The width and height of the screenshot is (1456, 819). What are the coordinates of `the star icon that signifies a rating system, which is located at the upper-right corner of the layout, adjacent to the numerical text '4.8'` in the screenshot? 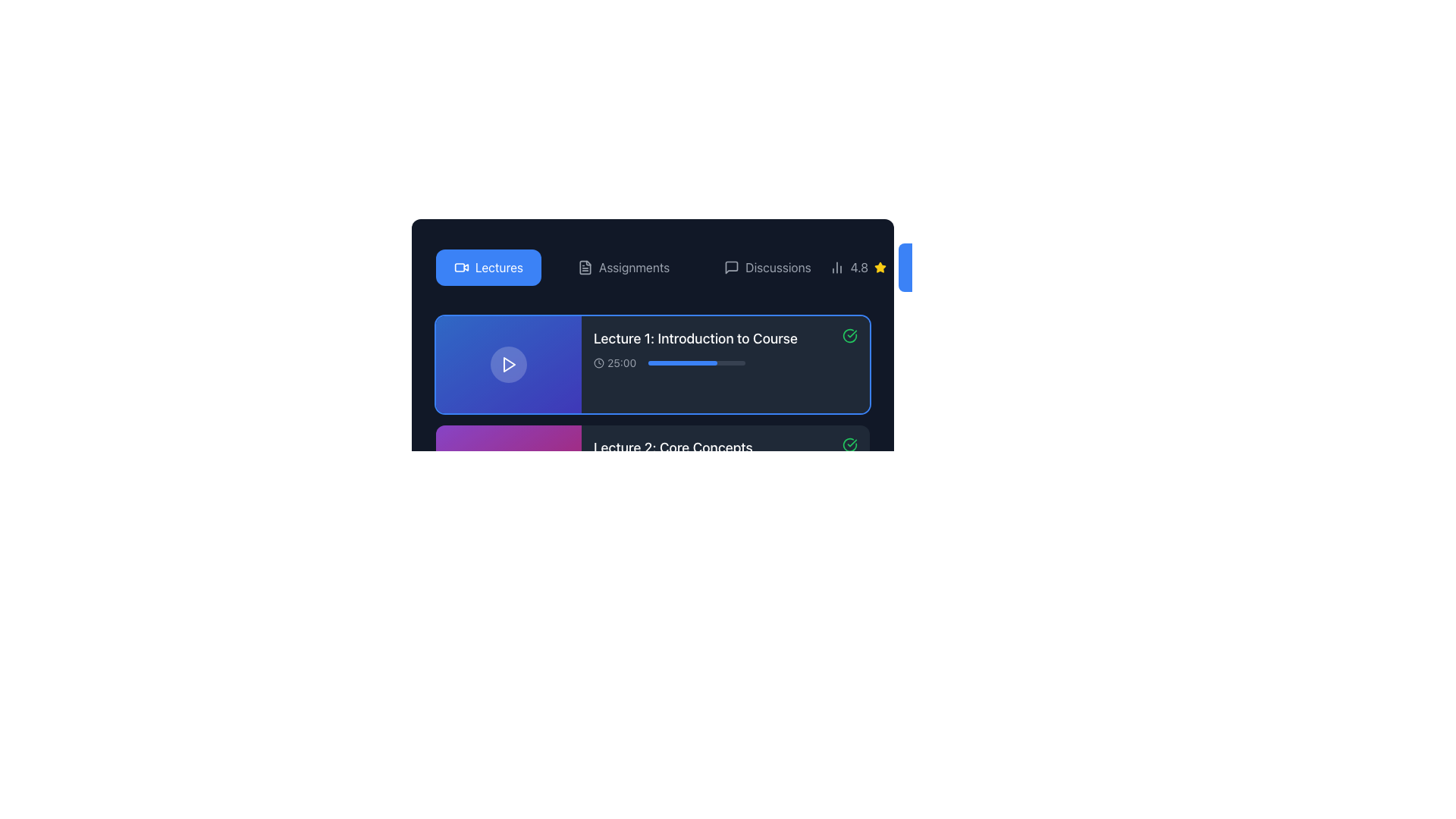 It's located at (880, 267).